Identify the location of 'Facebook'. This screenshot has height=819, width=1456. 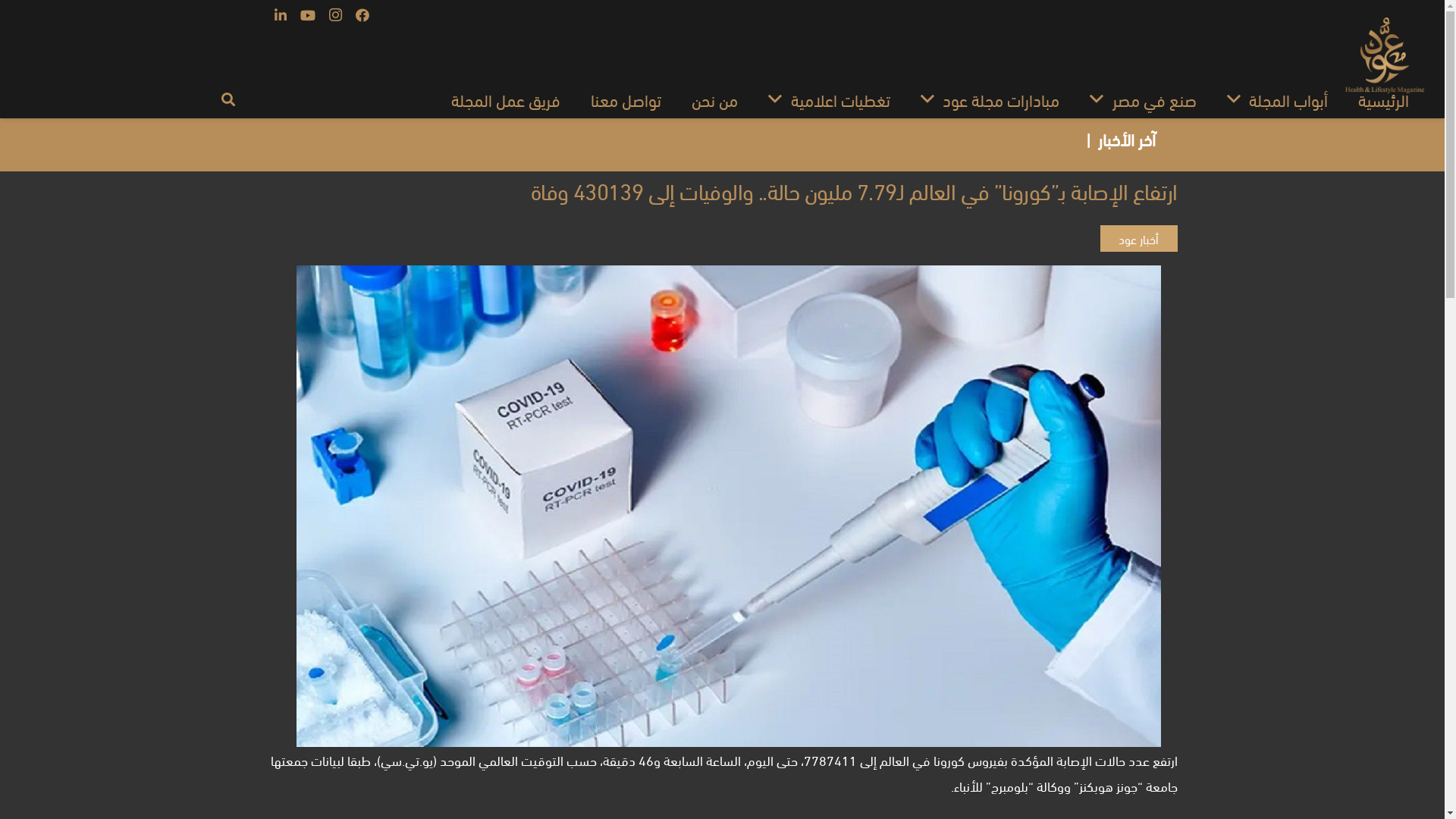
(362, 14).